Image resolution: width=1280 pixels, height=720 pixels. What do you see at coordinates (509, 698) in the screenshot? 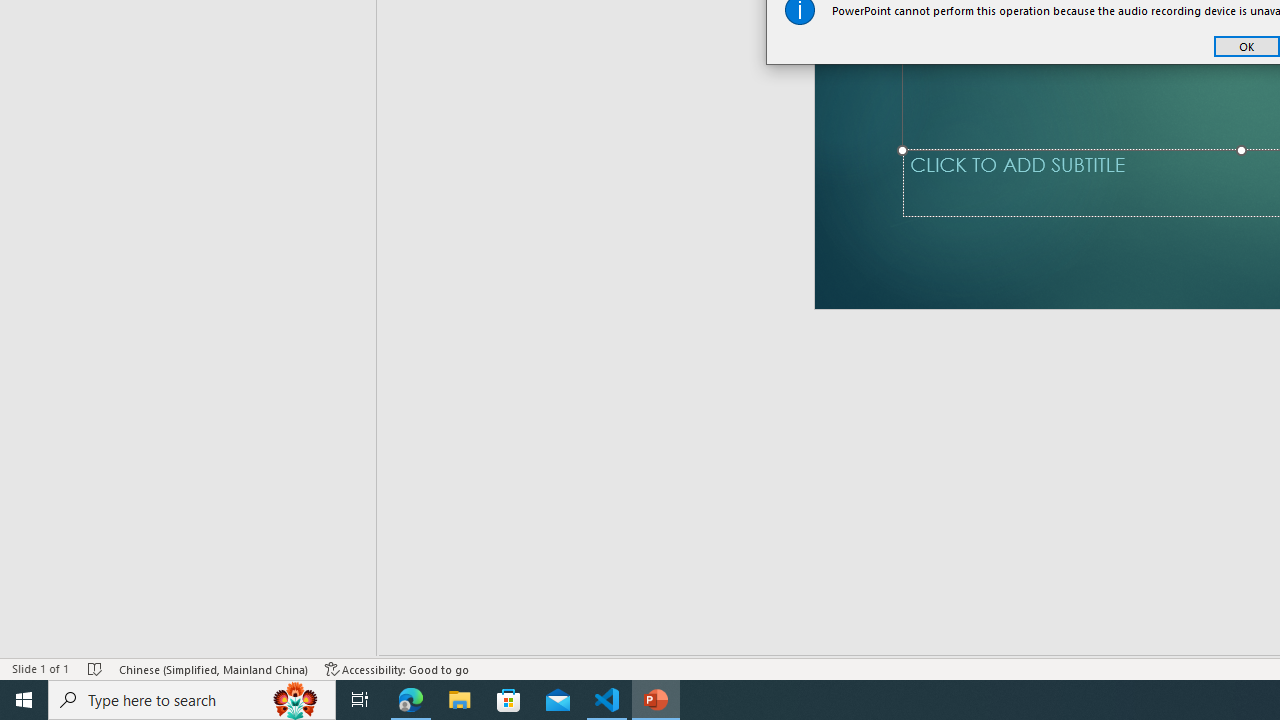
I see `'Microsoft Store'` at bounding box center [509, 698].